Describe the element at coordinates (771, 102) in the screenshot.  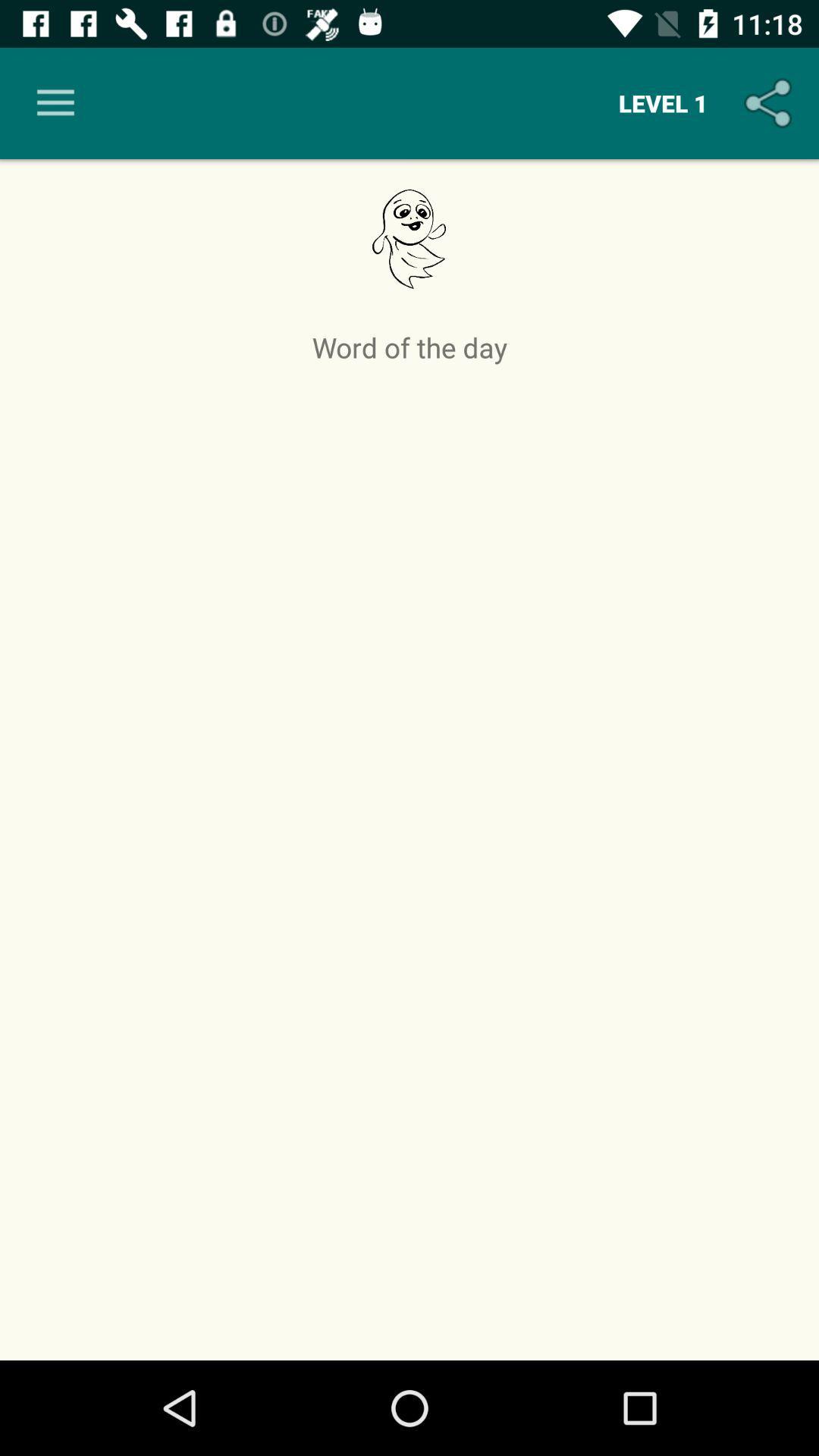
I see `the icon to the right of the level 1 item` at that location.